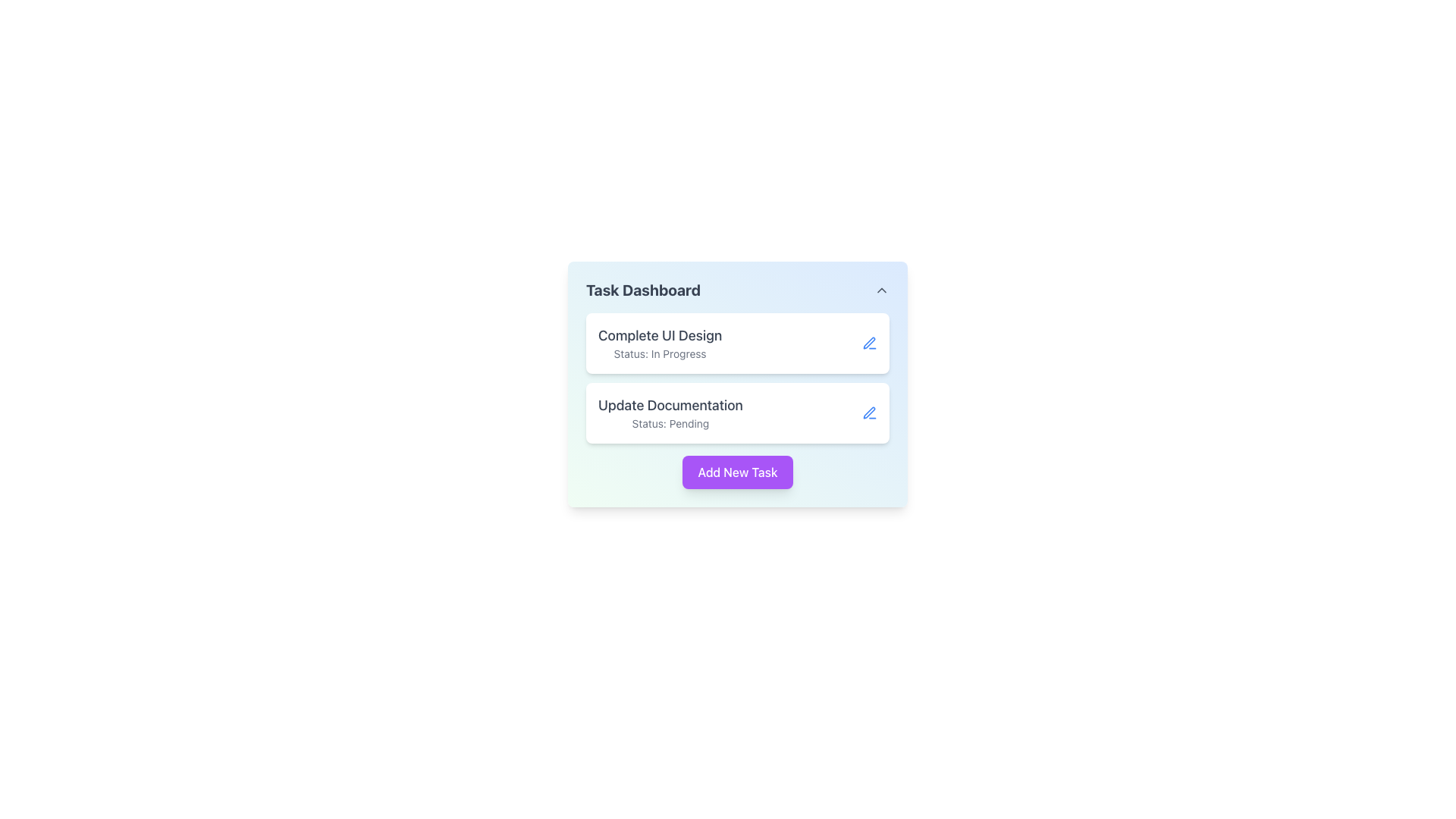 The image size is (1456, 819). What do you see at coordinates (738, 472) in the screenshot?
I see `the 'Add Task' button located in the central lower part of the 'Task Dashboard' card to observe any hover effects` at bounding box center [738, 472].